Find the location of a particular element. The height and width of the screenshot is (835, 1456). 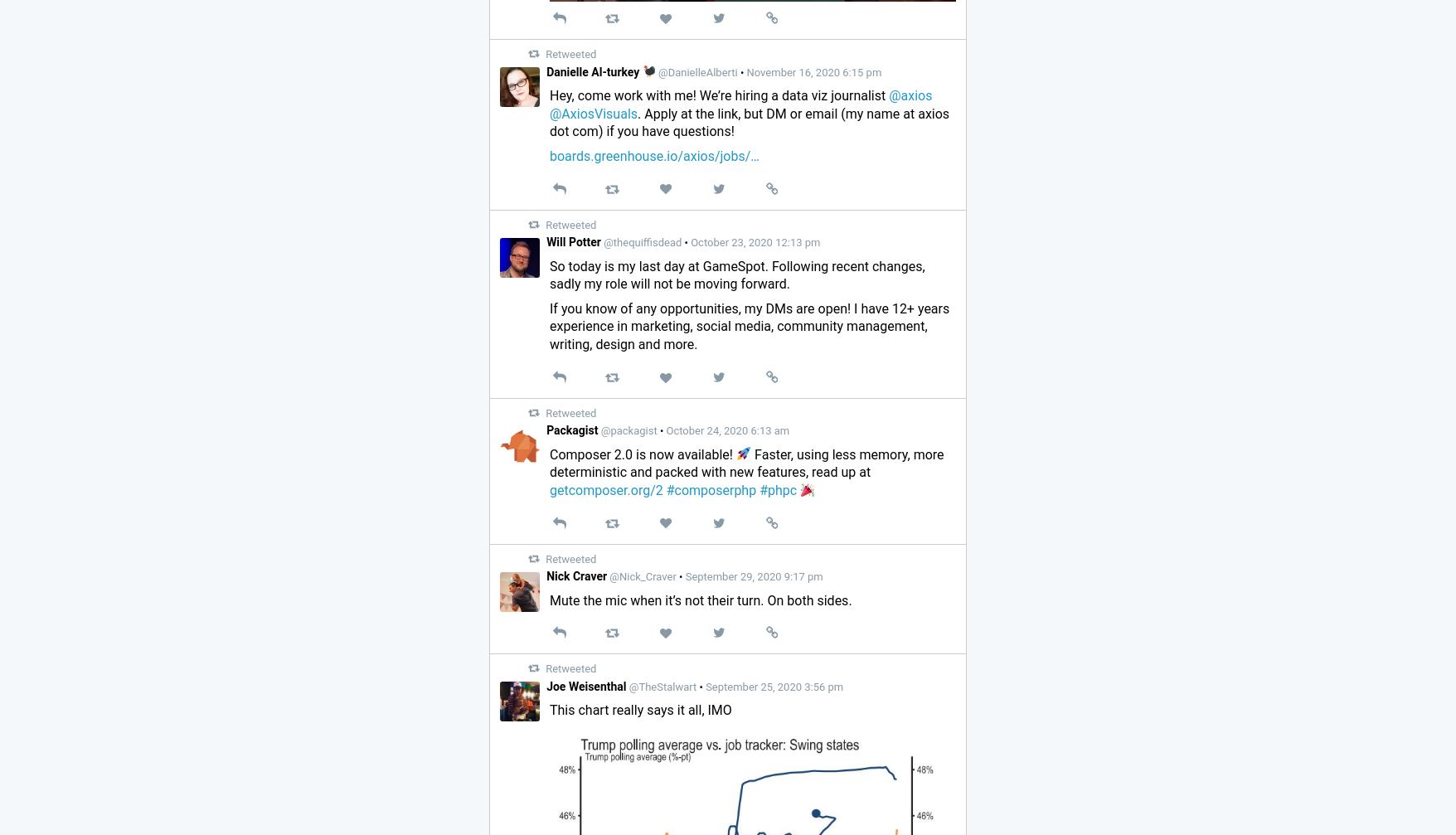

'@AxiosVisuals' is located at coordinates (593, 113).